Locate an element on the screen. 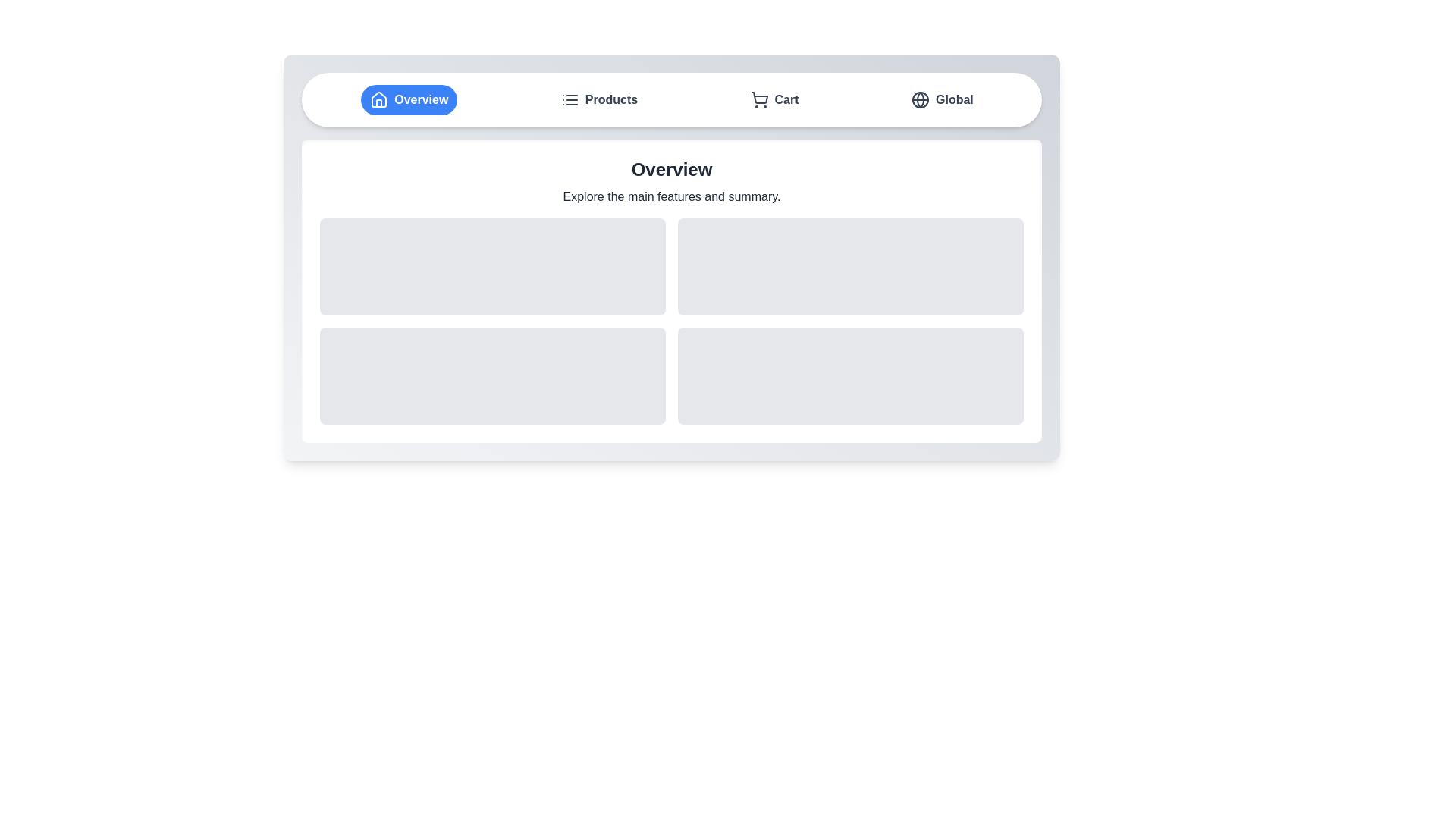 Image resolution: width=1456 pixels, height=819 pixels. the Global tab to switch to its content is located at coordinates (941, 99).